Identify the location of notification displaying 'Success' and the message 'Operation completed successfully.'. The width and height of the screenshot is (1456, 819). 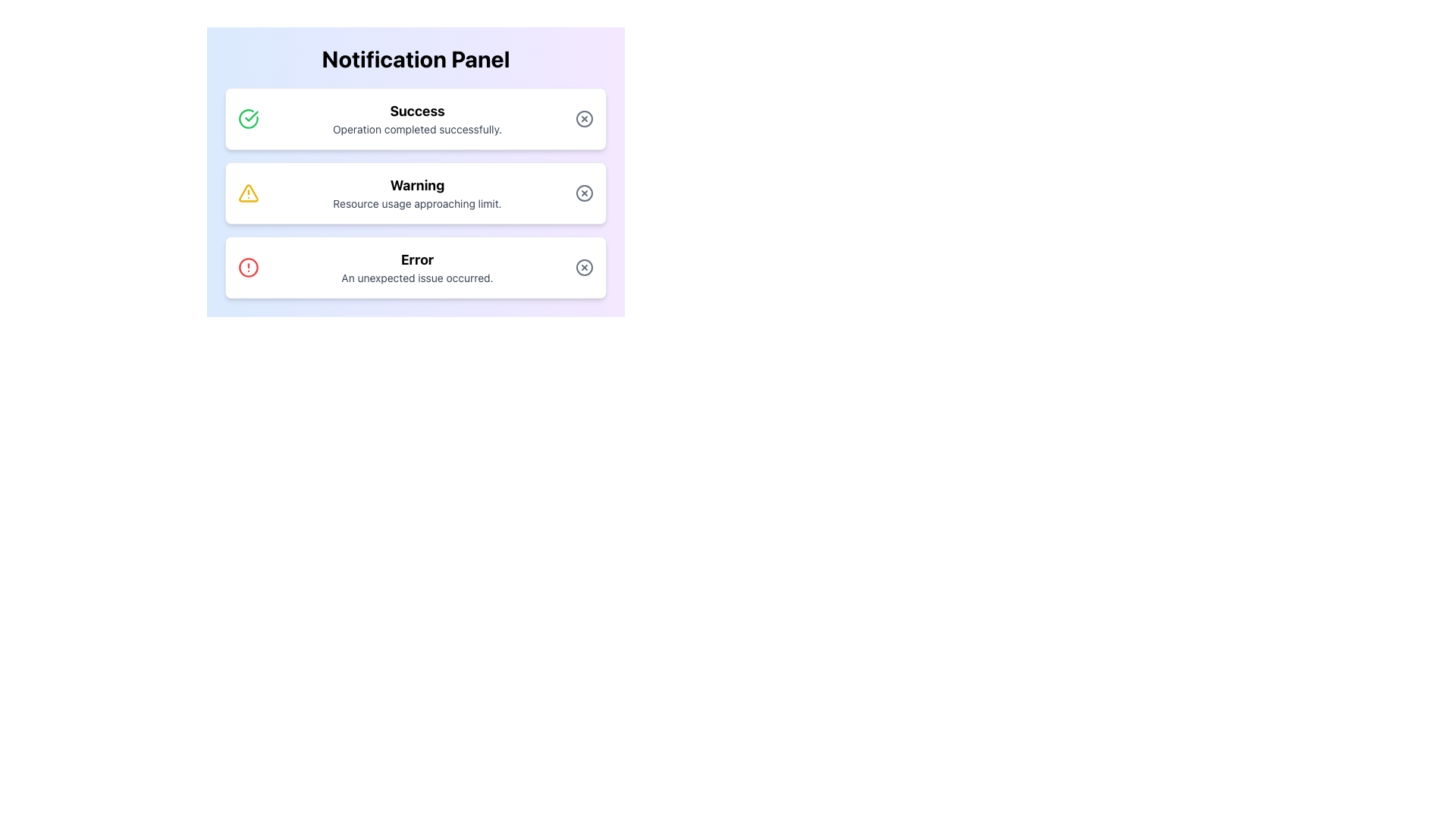
(417, 118).